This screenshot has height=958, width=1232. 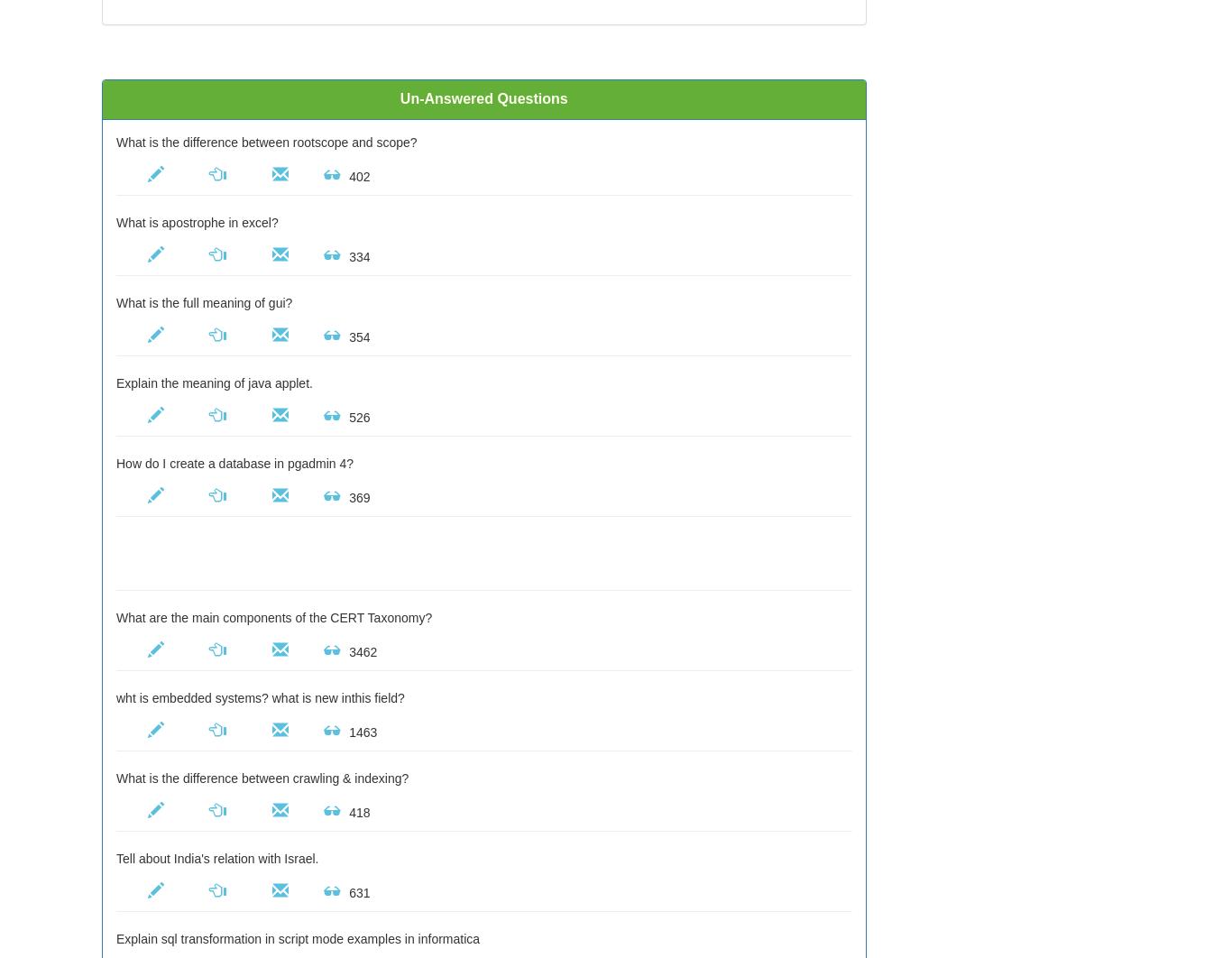 What do you see at coordinates (345, 177) in the screenshot?
I see `'402'` at bounding box center [345, 177].